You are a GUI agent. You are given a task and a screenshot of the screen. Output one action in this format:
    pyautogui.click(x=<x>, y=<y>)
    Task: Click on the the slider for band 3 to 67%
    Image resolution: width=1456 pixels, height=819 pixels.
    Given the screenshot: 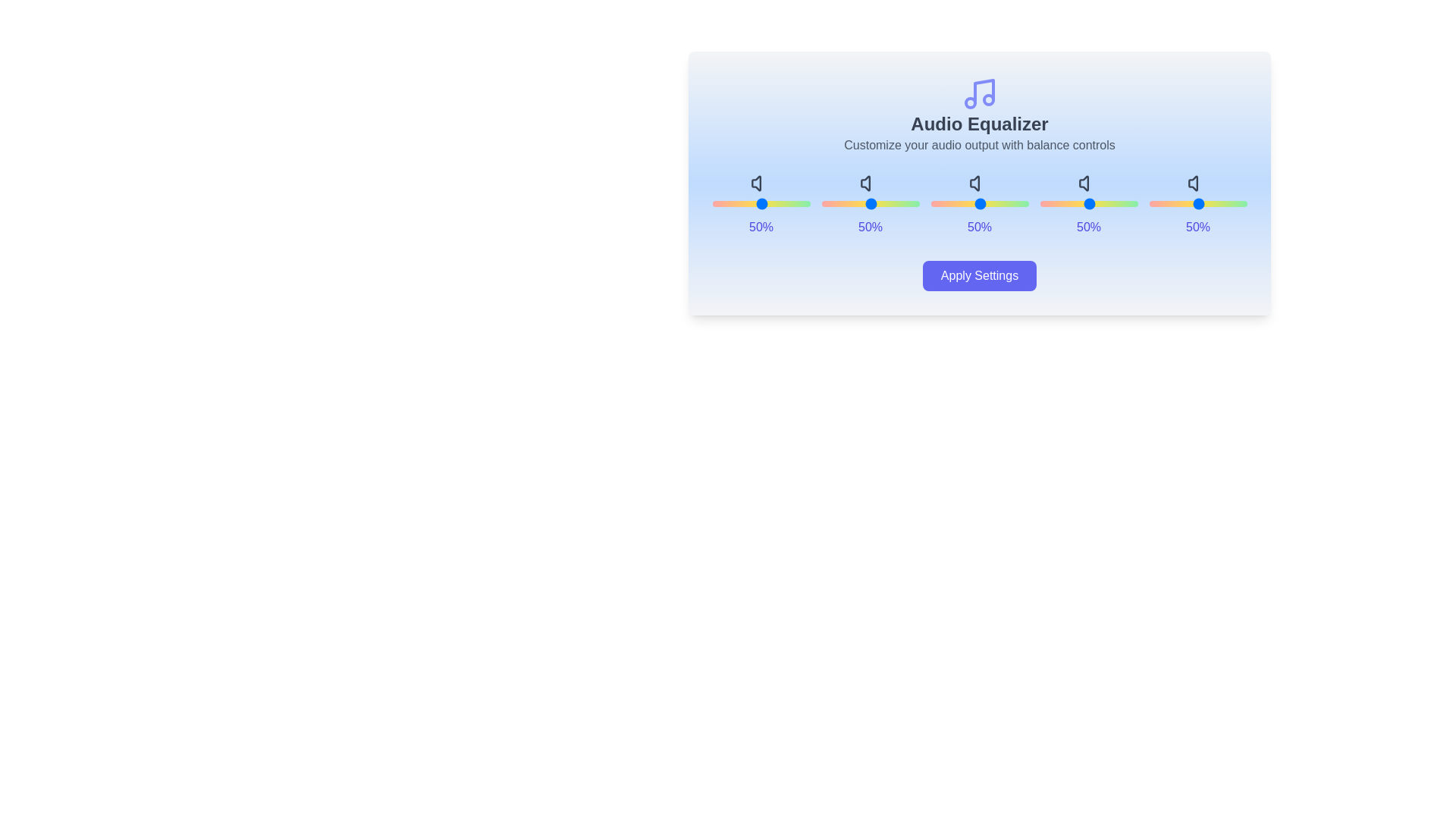 What is the action you would take?
    pyautogui.click(x=1140, y=203)
    